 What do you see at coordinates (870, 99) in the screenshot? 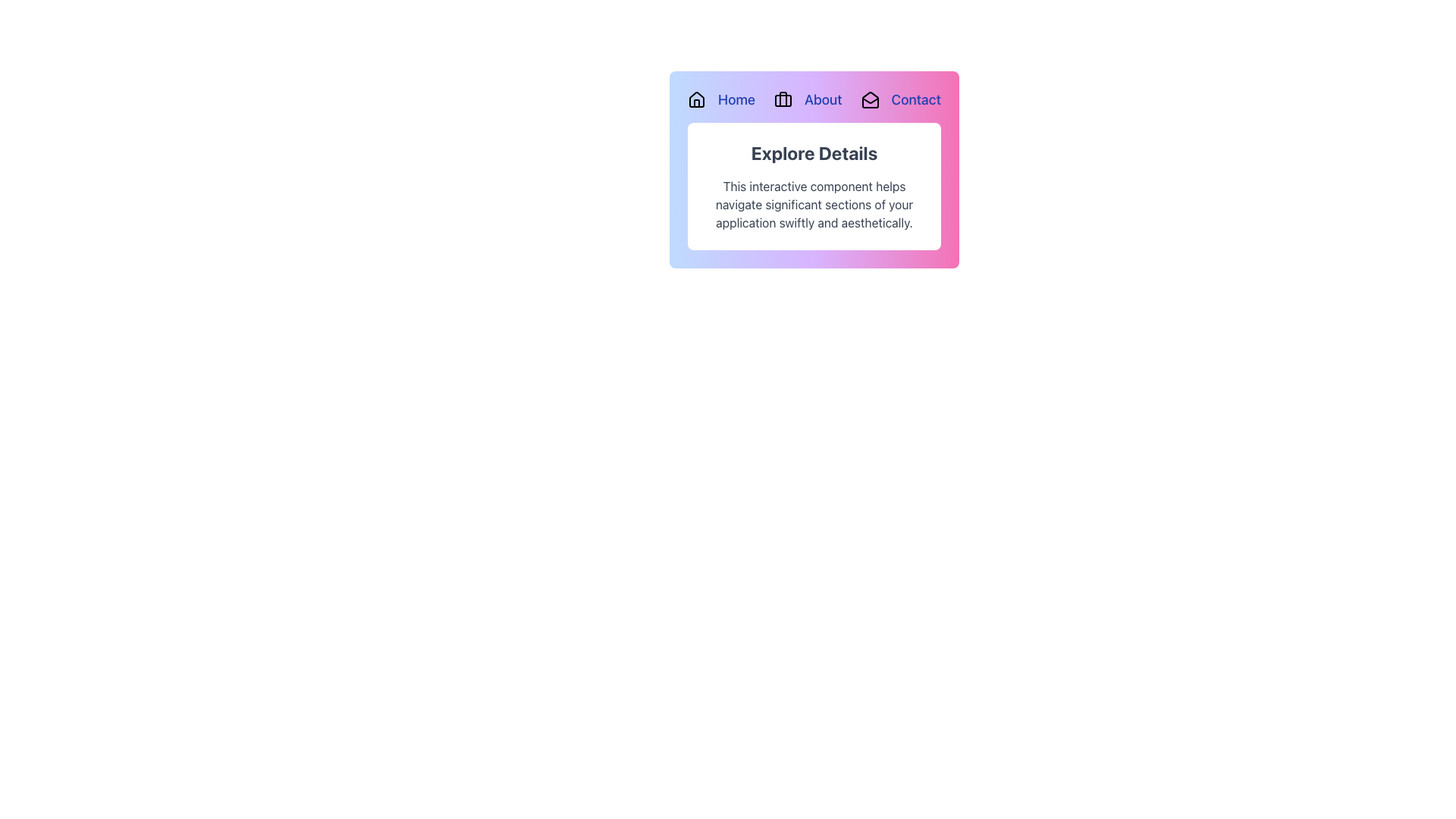
I see `the contact icon located to the left of the 'Contact' text label, which serves as a visual indicator for contact-related actions` at bounding box center [870, 99].